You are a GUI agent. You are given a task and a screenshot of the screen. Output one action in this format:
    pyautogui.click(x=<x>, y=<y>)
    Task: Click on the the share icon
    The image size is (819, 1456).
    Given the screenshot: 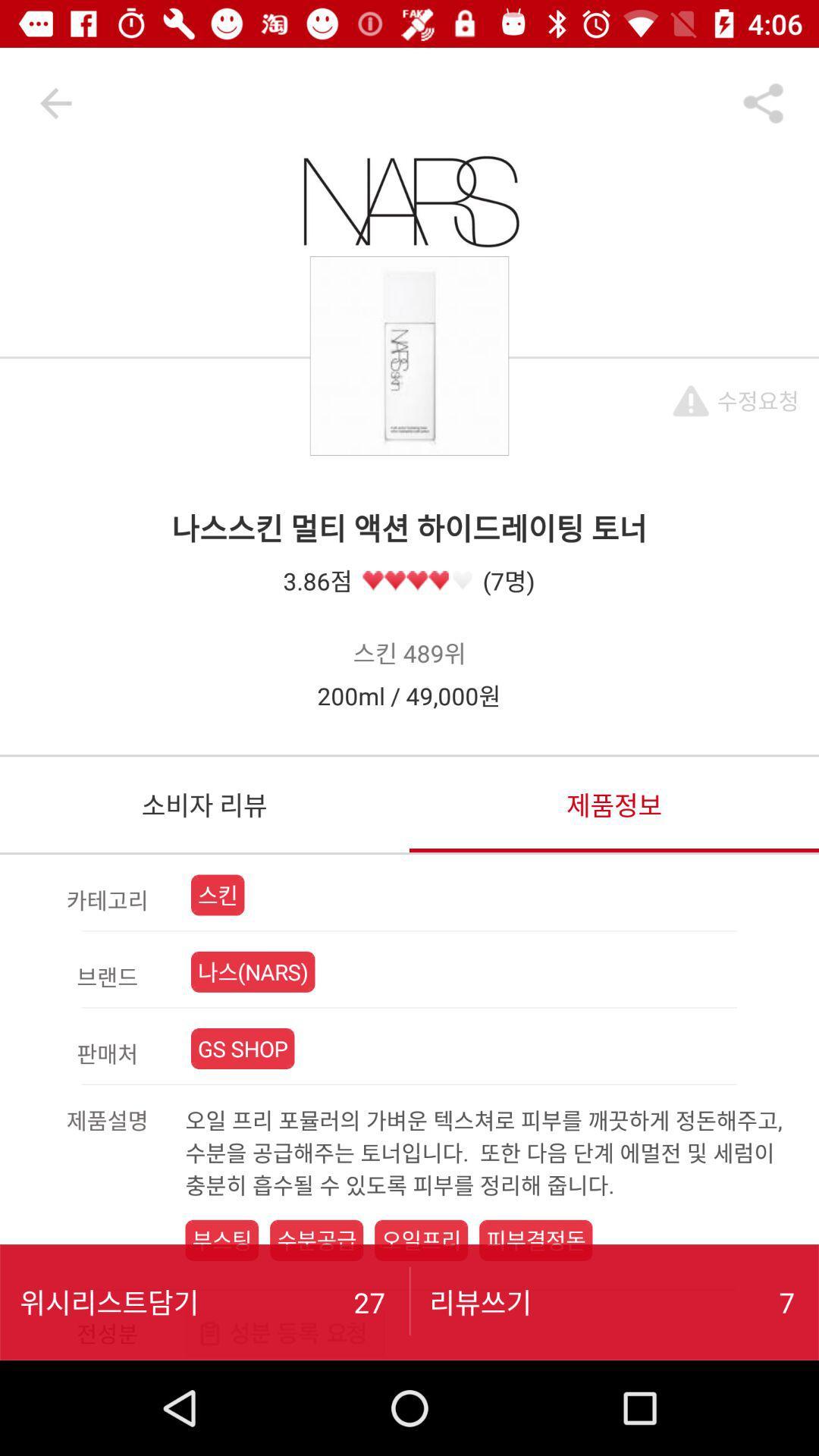 What is the action you would take?
    pyautogui.click(x=763, y=102)
    